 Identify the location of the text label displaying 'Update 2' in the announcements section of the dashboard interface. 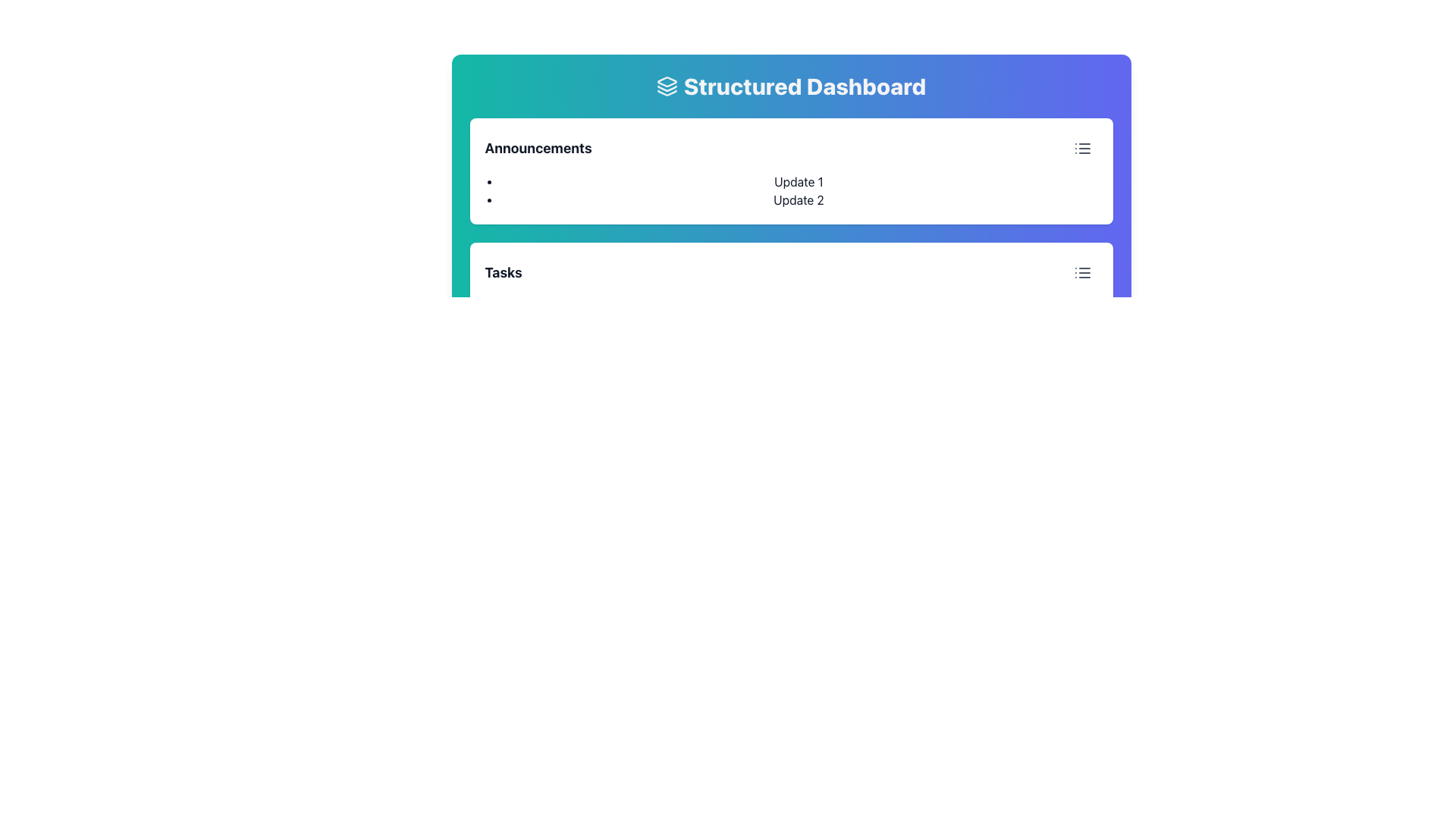
(798, 199).